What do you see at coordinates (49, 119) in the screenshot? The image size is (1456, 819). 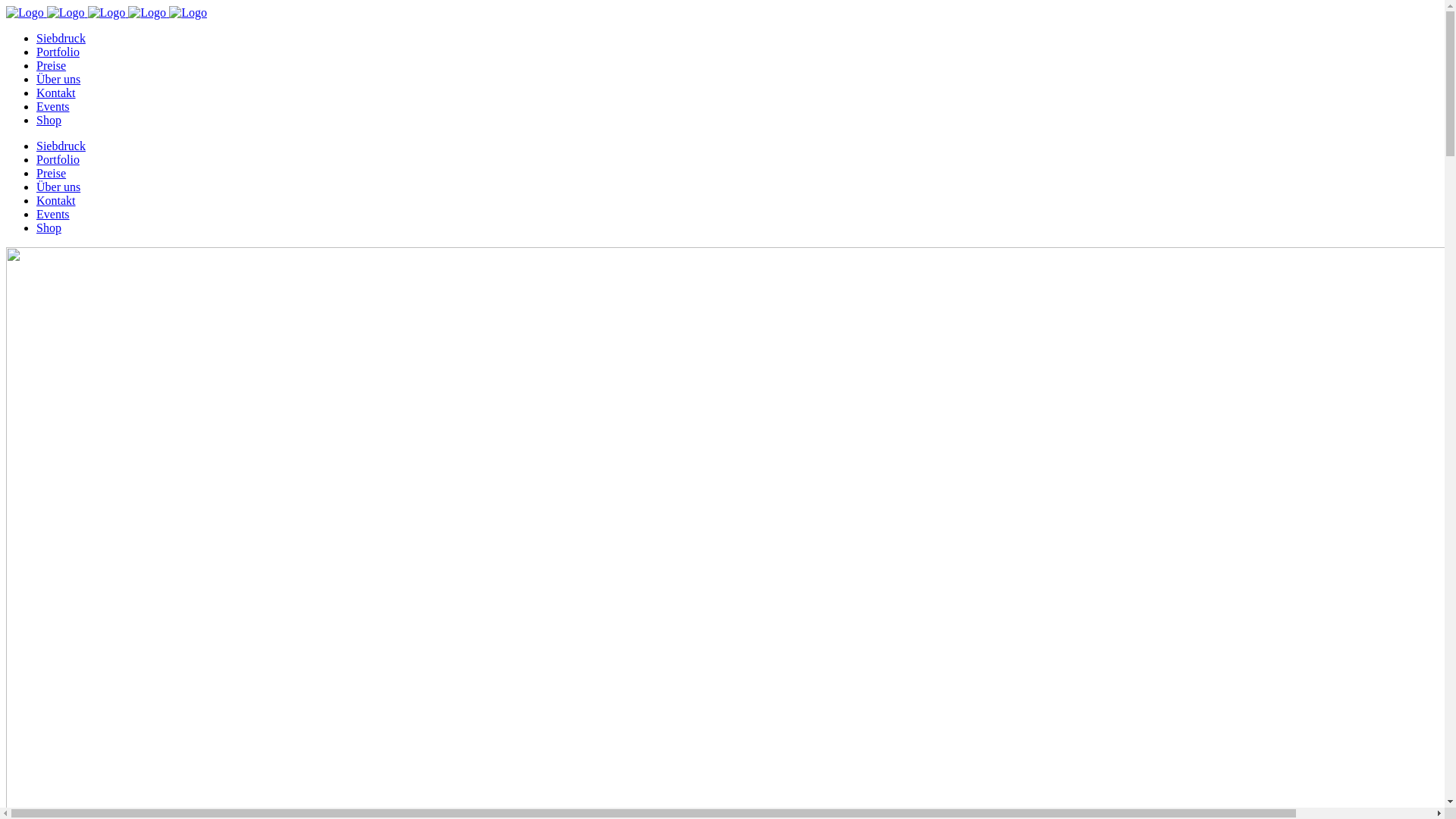 I see `'Shop'` at bounding box center [49, 119].